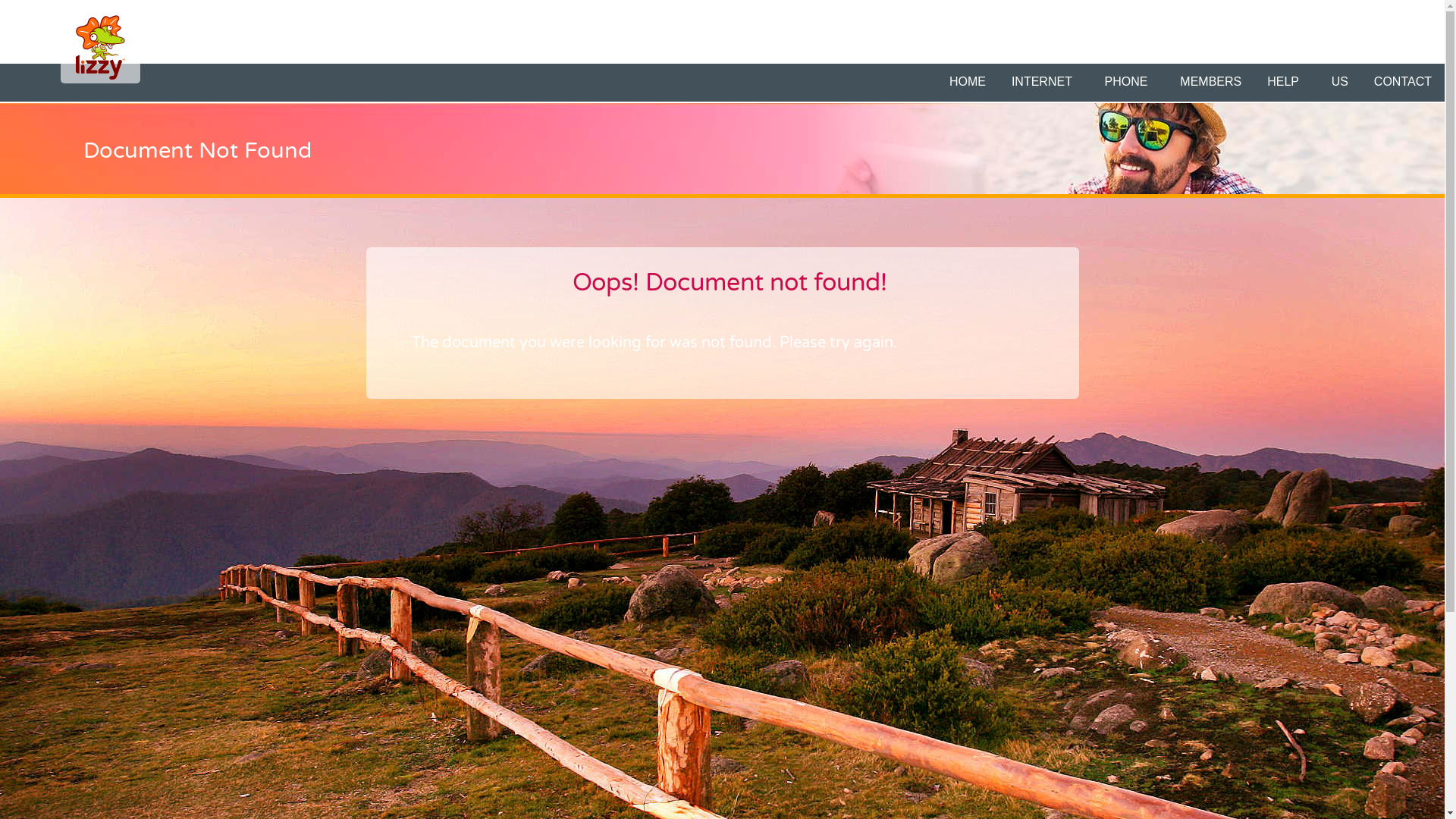 This screenshot has height=819, width=1456. Describe the element at coordinates (1129, 82) in the screenshot. I see `'PHONE  '` at that location.